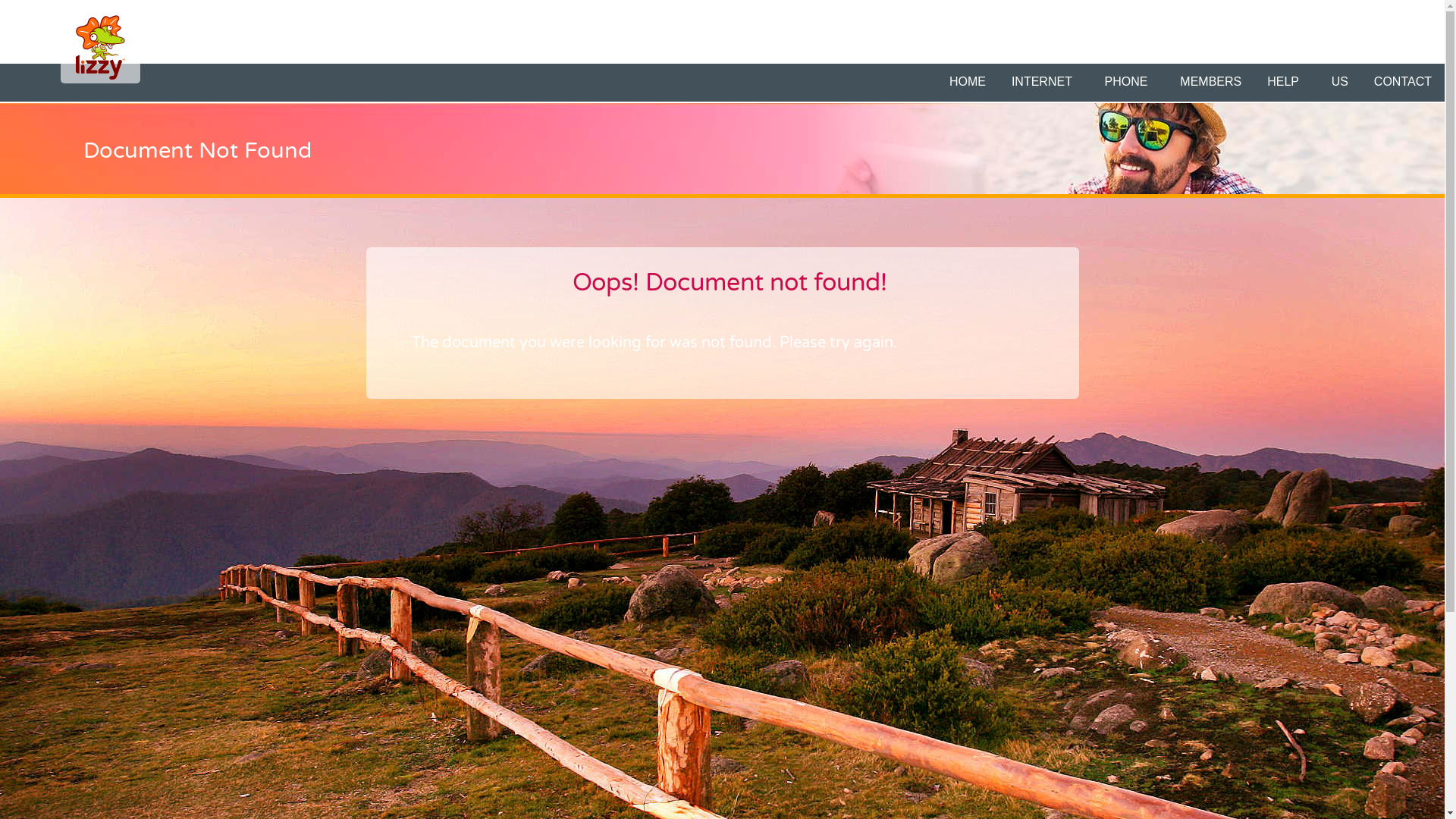 This screenshot has height=819, width=1456. Describe the element at coordinates (1129, 82) in the screenshot. I see `'PHONE  '` at that location.